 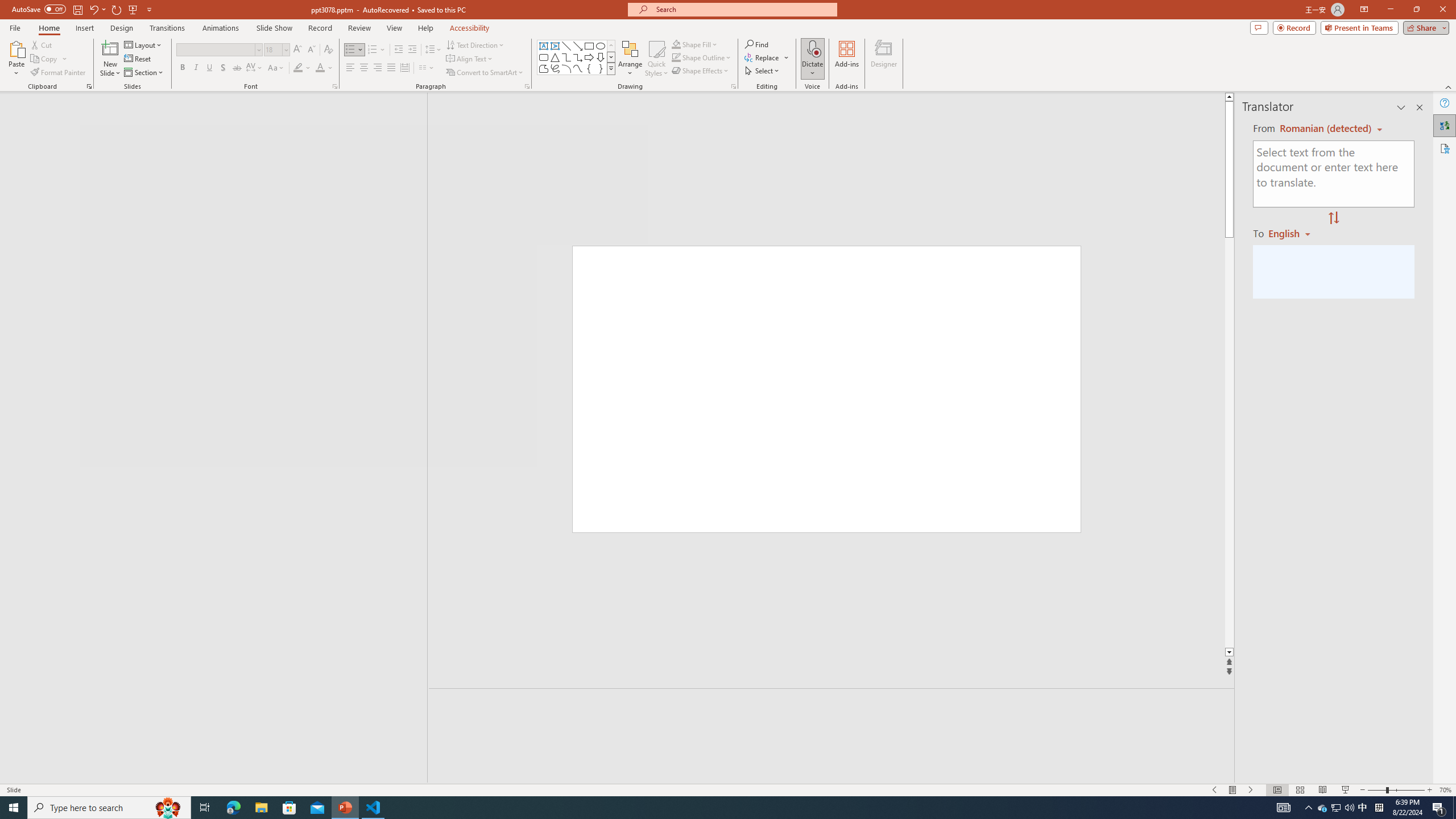 I want to click on 'Select', so click(x=763, y=69).